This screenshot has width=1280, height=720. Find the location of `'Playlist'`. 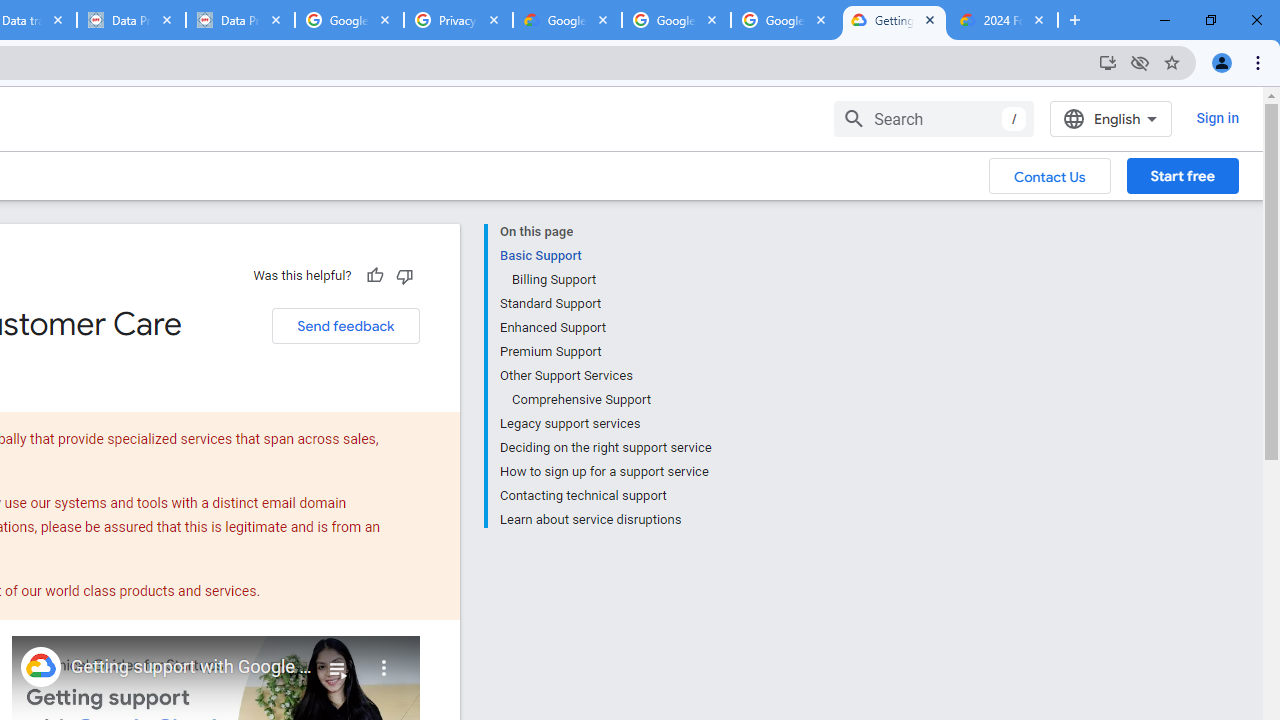

'Playlist' is located at coordinates (337, 660).